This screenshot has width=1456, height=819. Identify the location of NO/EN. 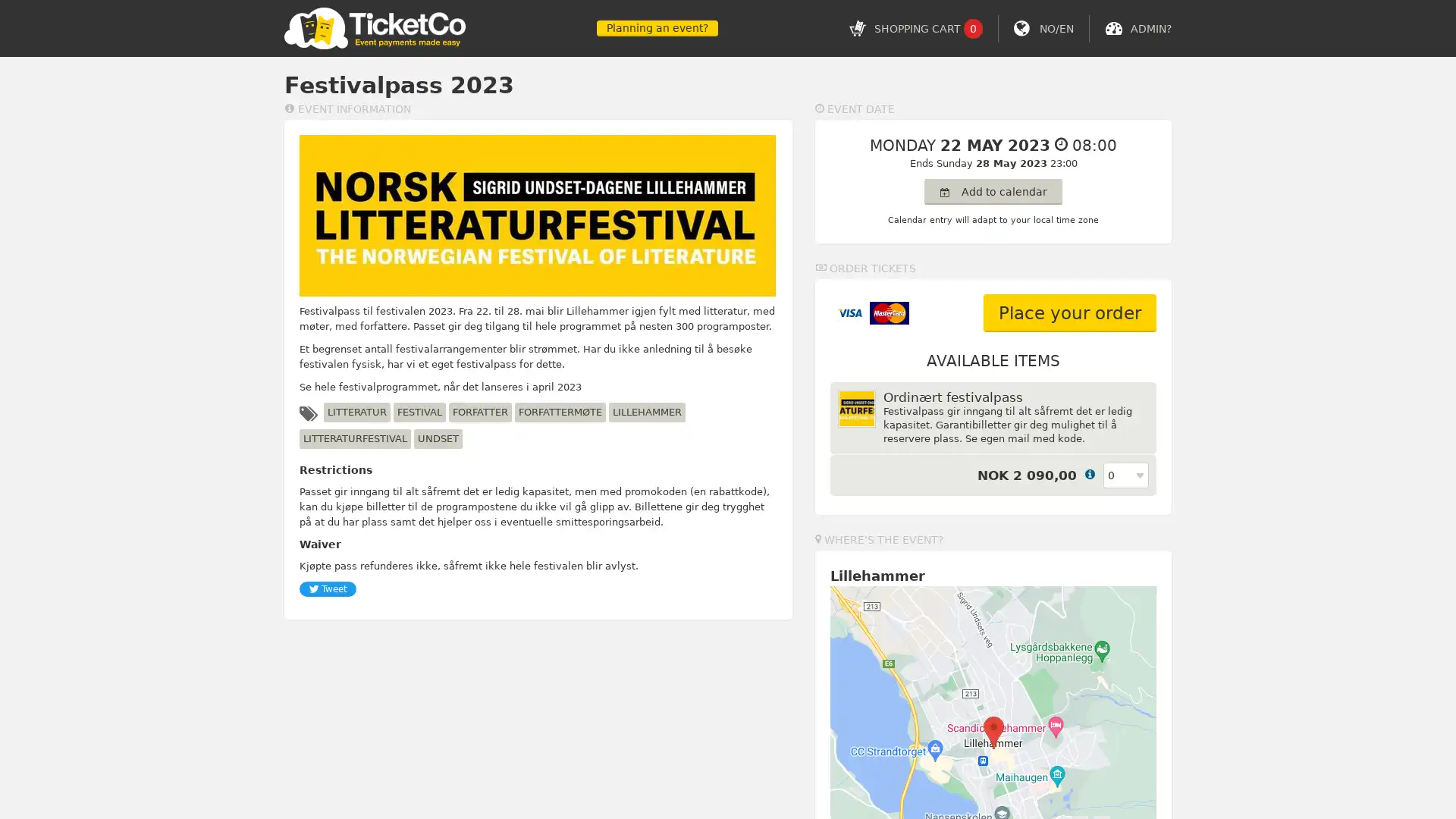
(1056, 28).